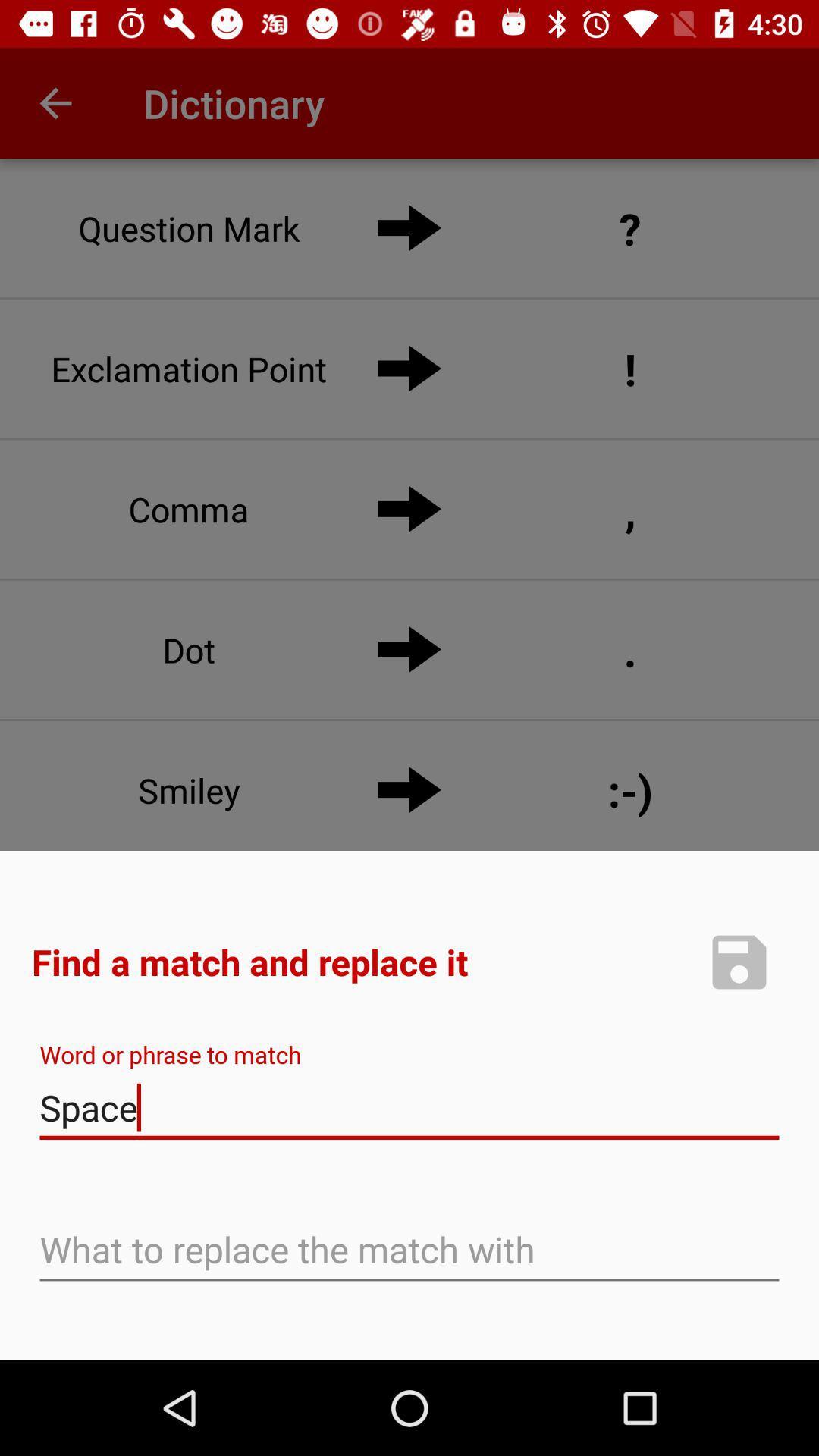 The width and height of the screenshot is (819, 1456). What do you see at coordinates (409, 1251) in the screenshot?
I see `what to replace the match with` at bounding box center [409, 1251].